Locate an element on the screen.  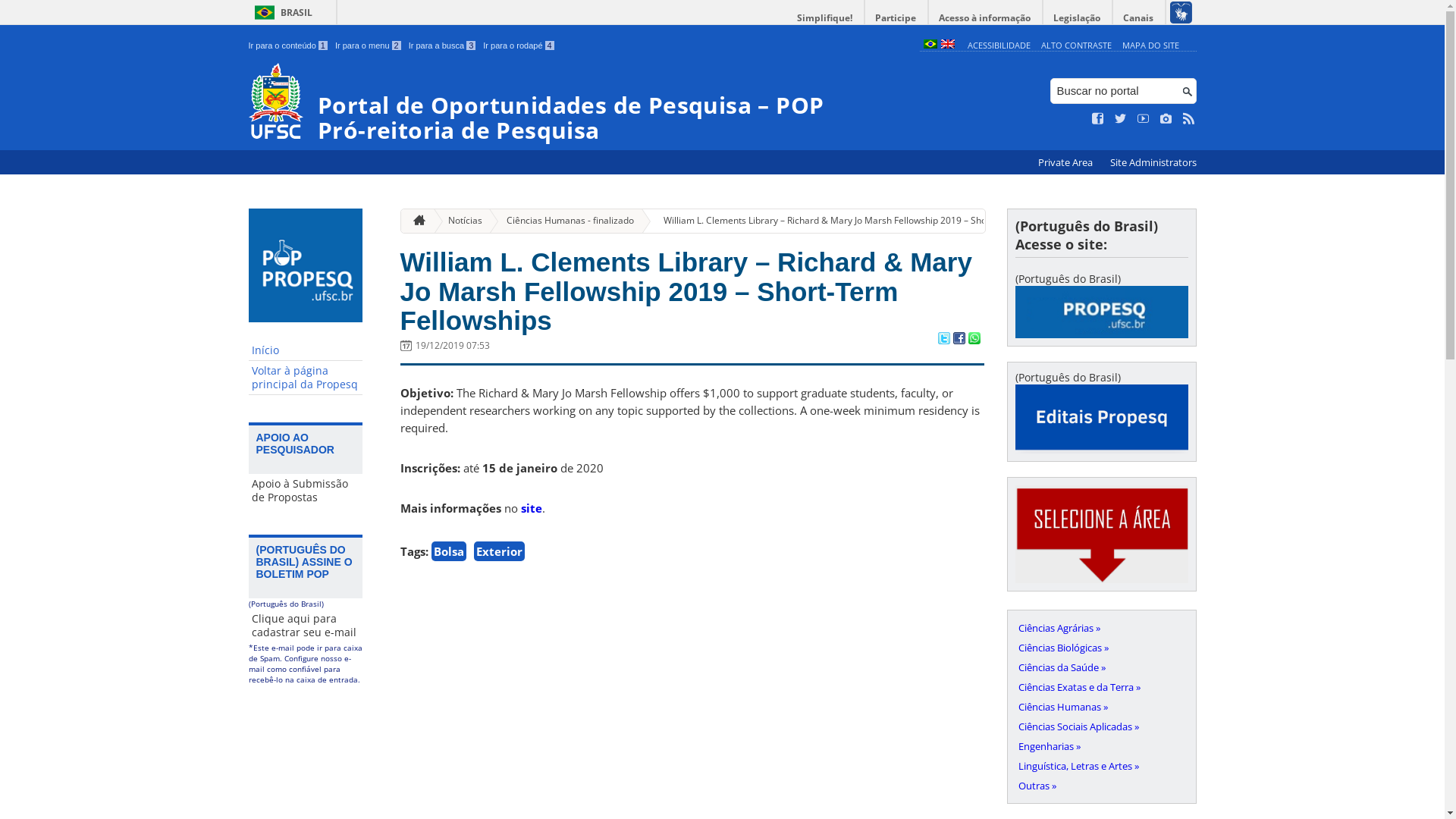
'site' is located at coordinates (531, 508).